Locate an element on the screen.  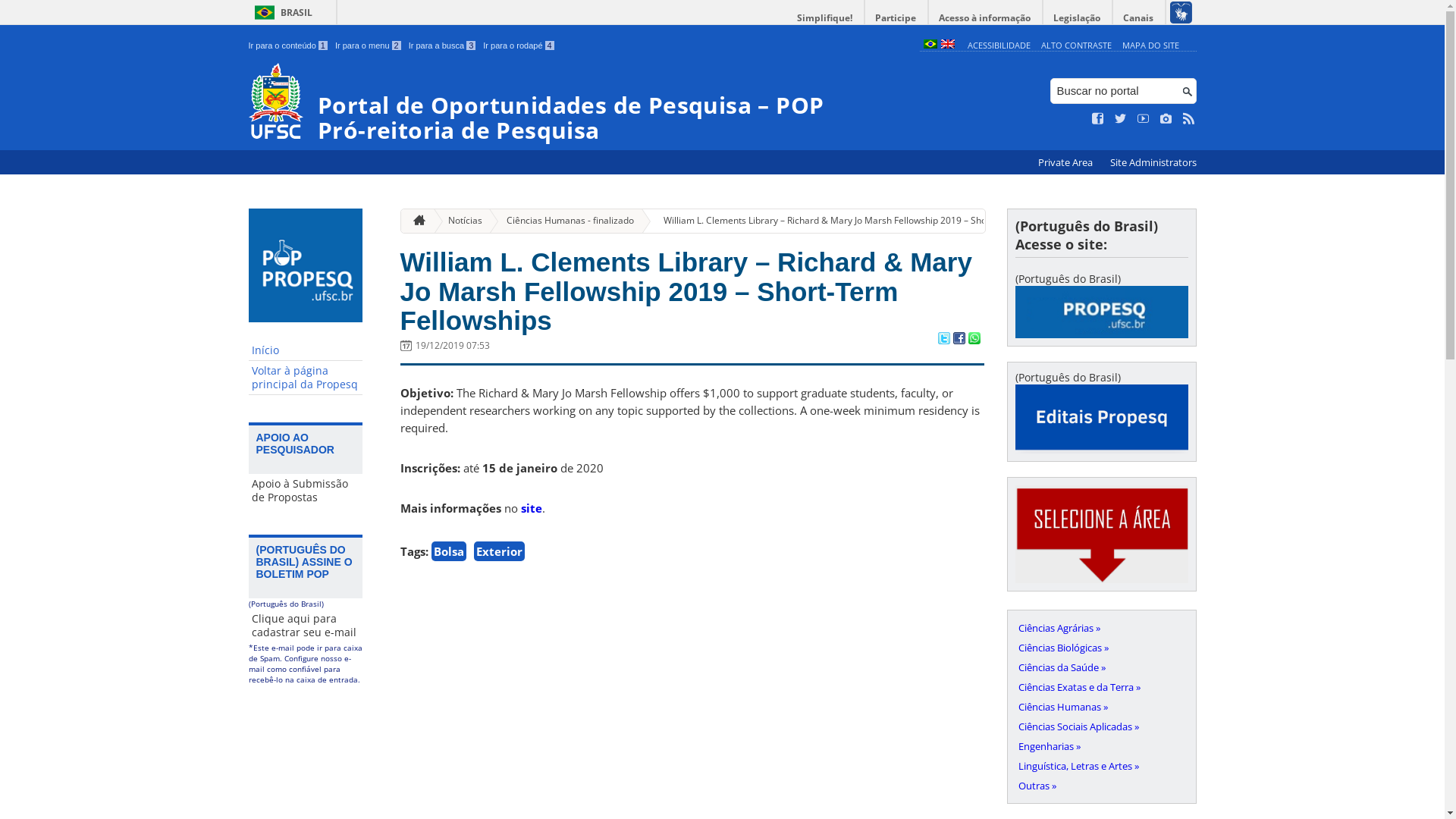
'site' is located at coordinates (531, 508).